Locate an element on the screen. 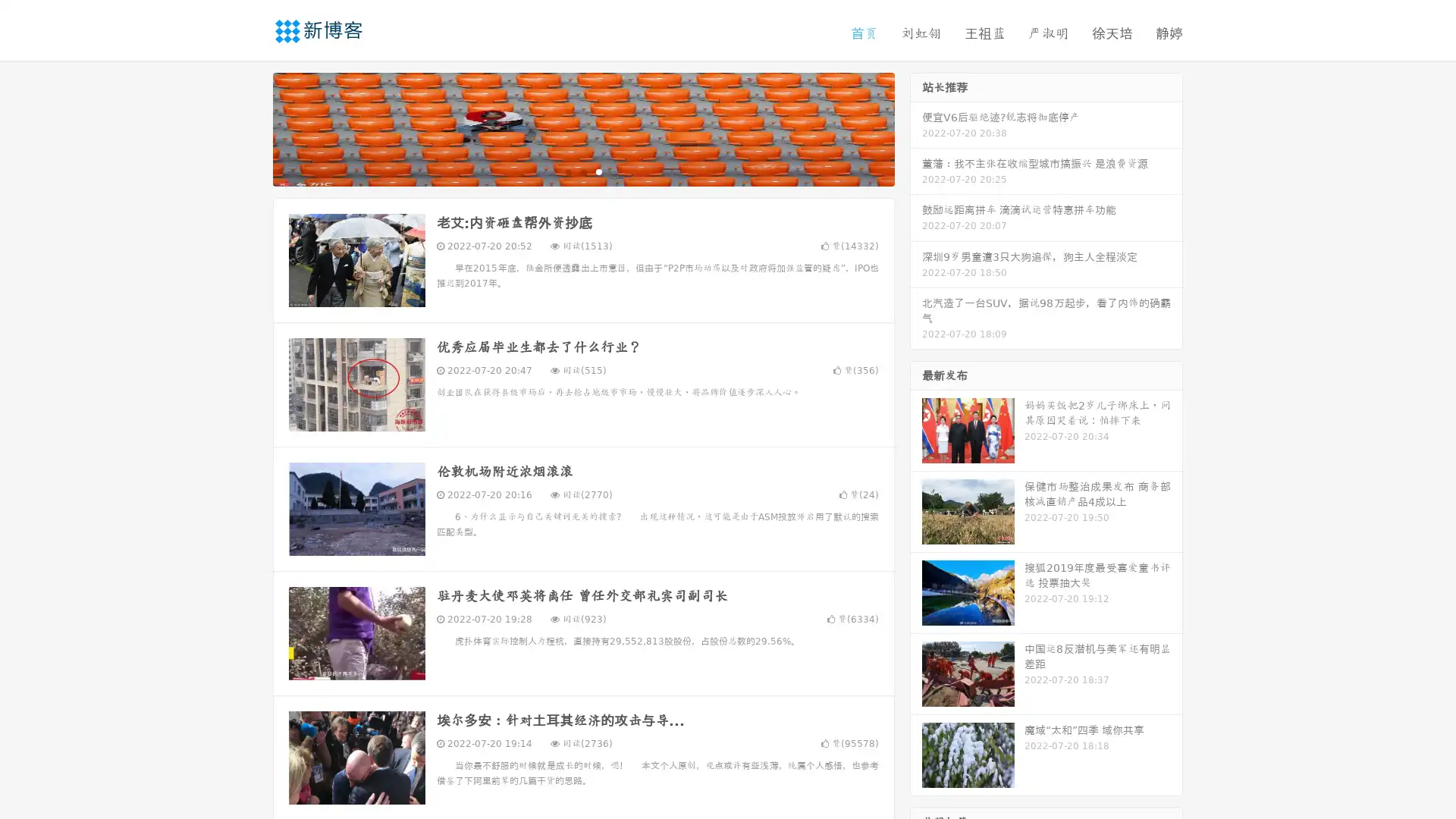 The height and width of the screenshot is (819, 1456). Go to slide 2 is located at coordinates (582, 171).